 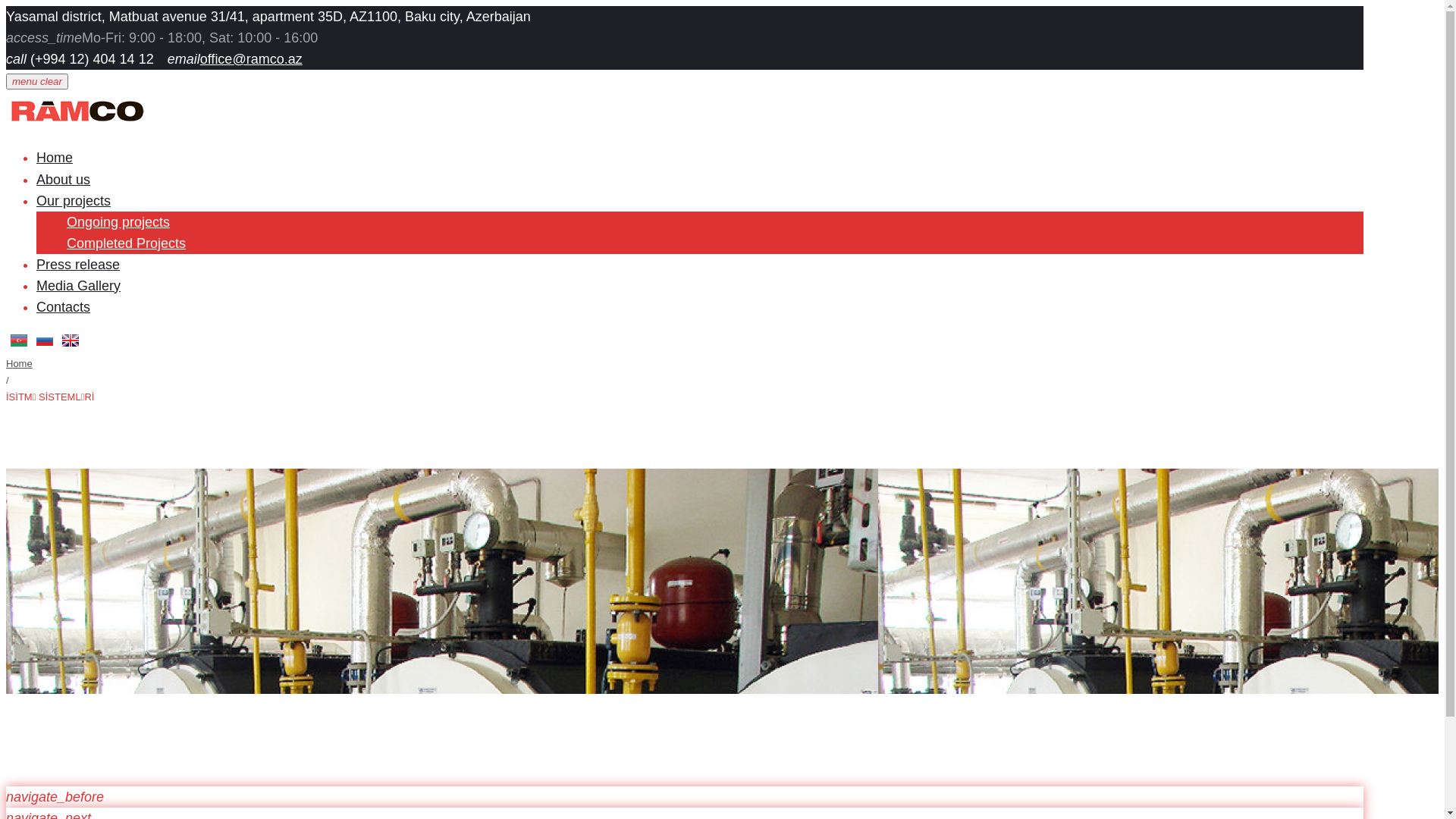 I want to click on 'Our projects', so click(x=72, y=200).